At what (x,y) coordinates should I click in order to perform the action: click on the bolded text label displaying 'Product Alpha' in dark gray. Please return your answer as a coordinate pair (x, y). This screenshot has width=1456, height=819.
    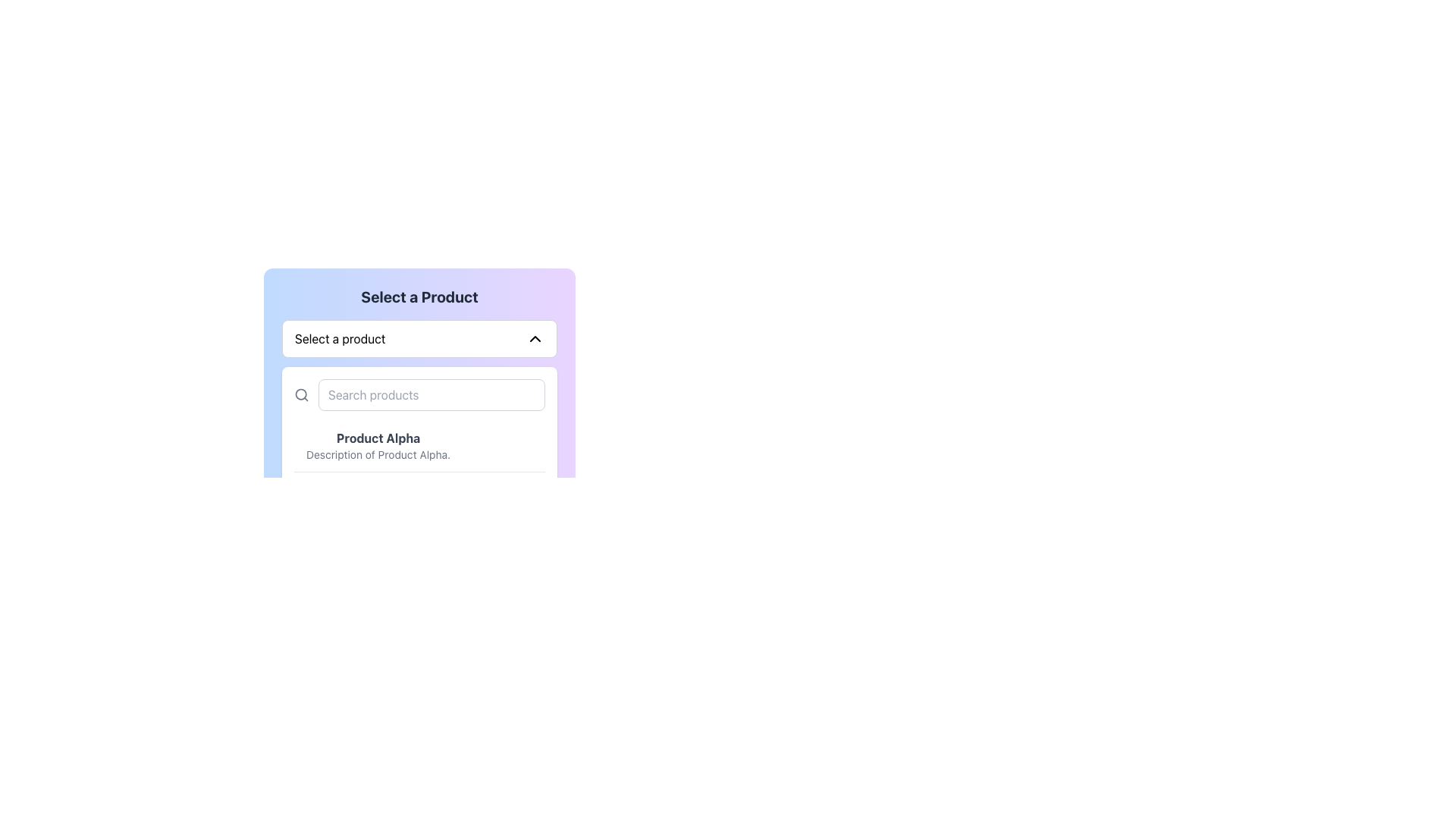
    Looking at the image, I should click on (378, 438).